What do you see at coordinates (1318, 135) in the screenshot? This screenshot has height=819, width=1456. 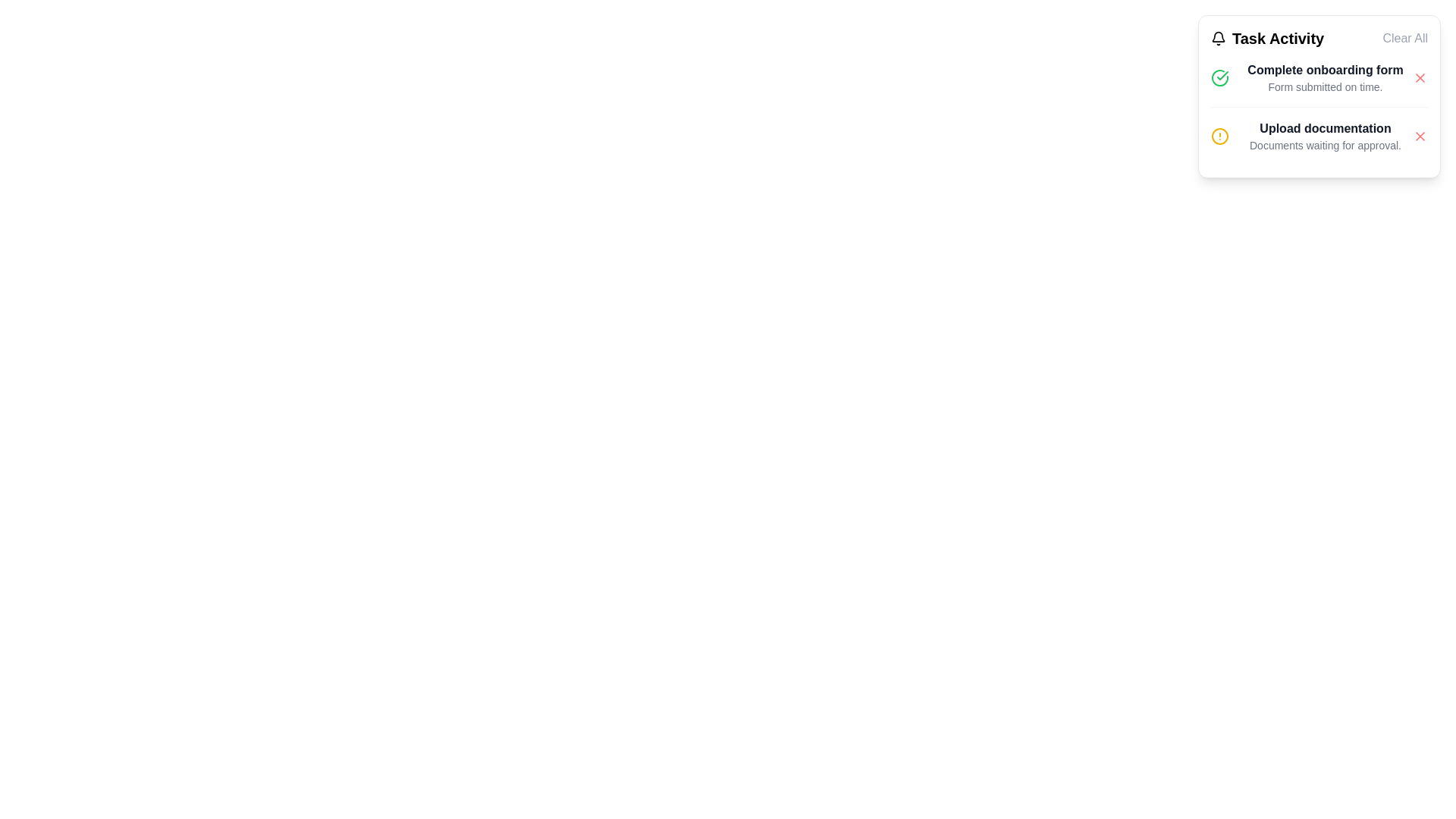 I see `the second task notification entry in the 'Task Activity' section` at bounding box center [1318, 135].